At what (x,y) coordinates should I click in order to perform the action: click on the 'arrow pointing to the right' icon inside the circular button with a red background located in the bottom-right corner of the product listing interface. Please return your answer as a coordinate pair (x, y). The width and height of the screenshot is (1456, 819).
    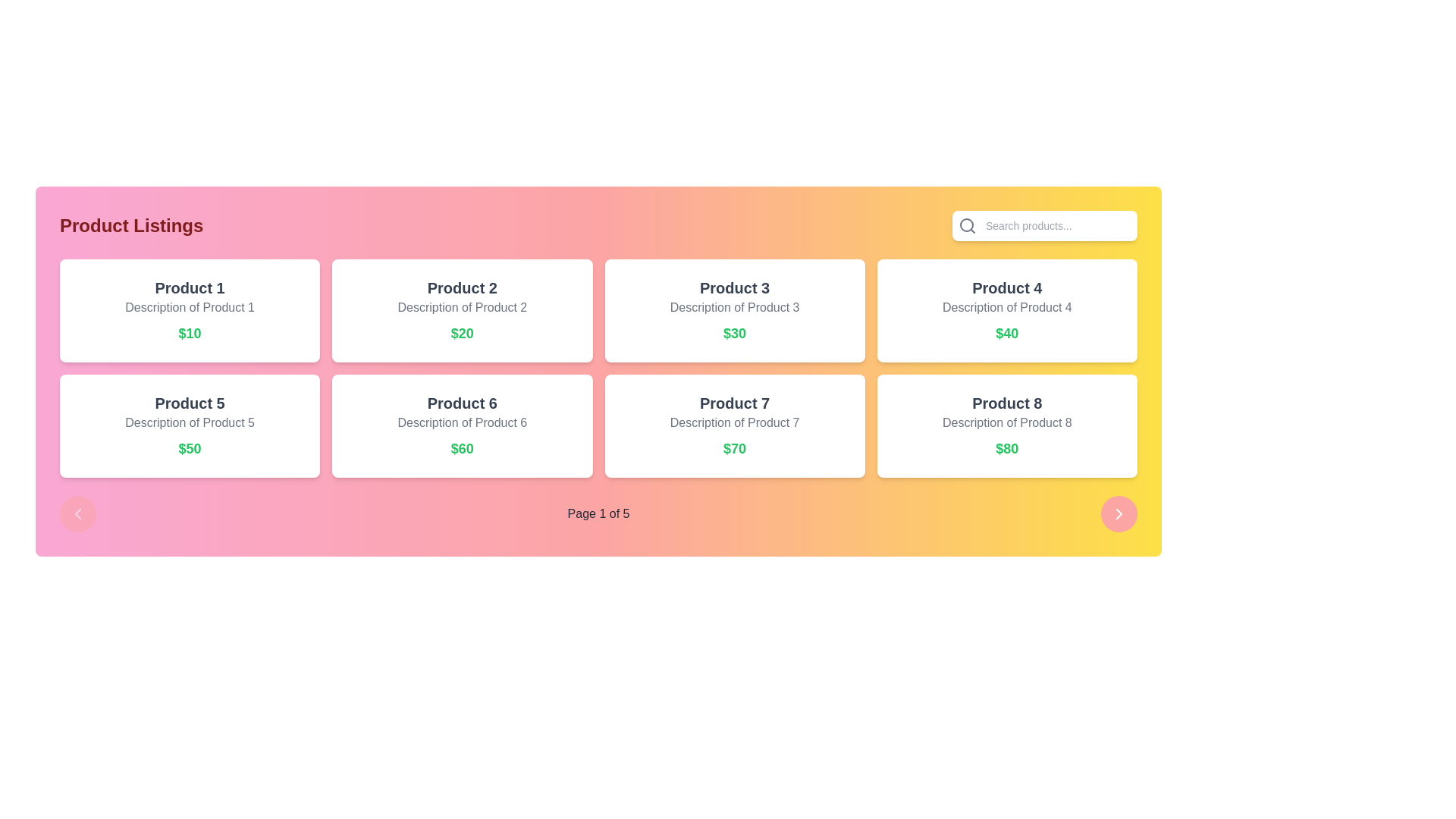
    Looking at the image, I should click on (1119, 513).